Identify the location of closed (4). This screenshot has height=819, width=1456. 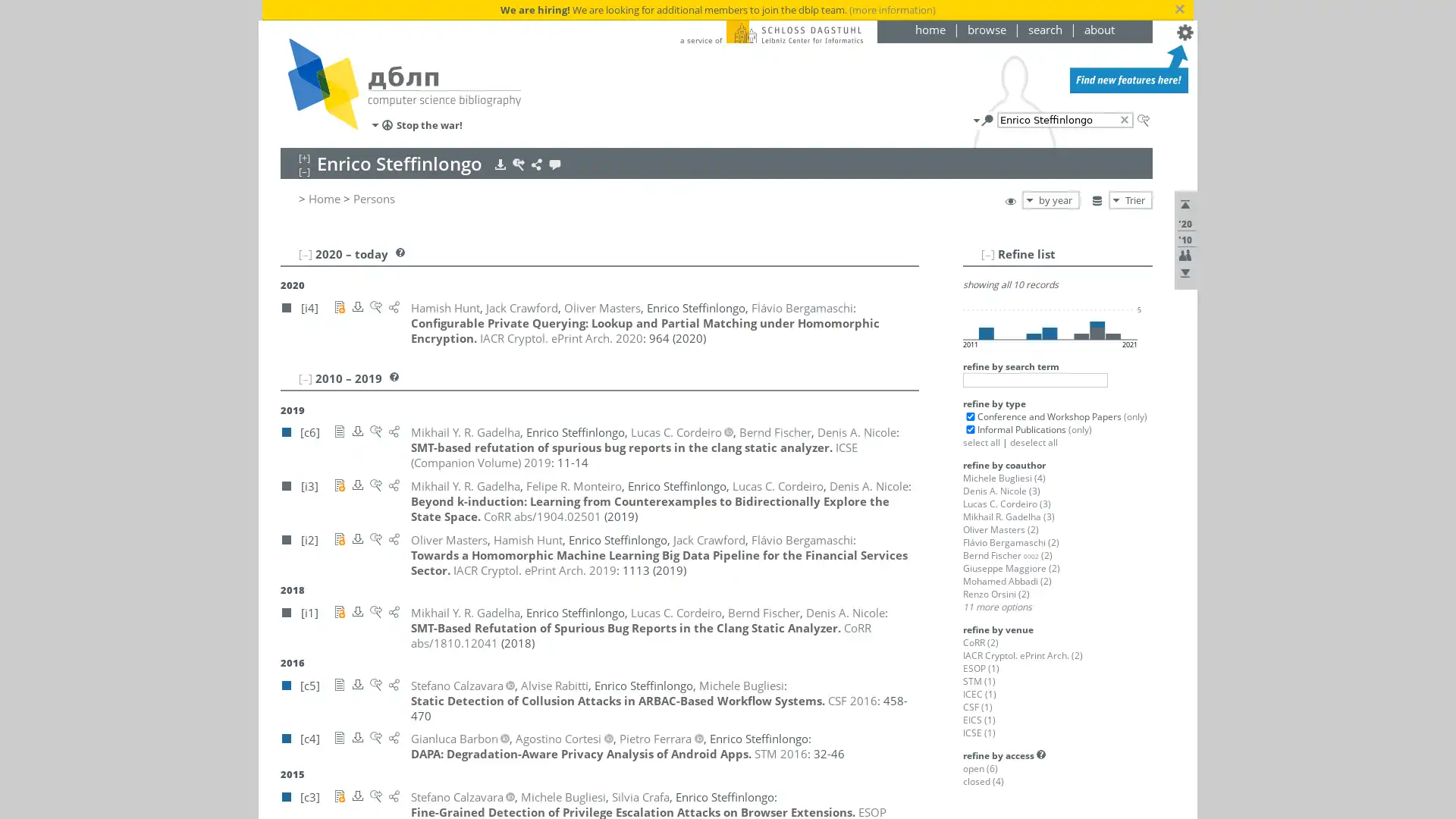
(983, 781).